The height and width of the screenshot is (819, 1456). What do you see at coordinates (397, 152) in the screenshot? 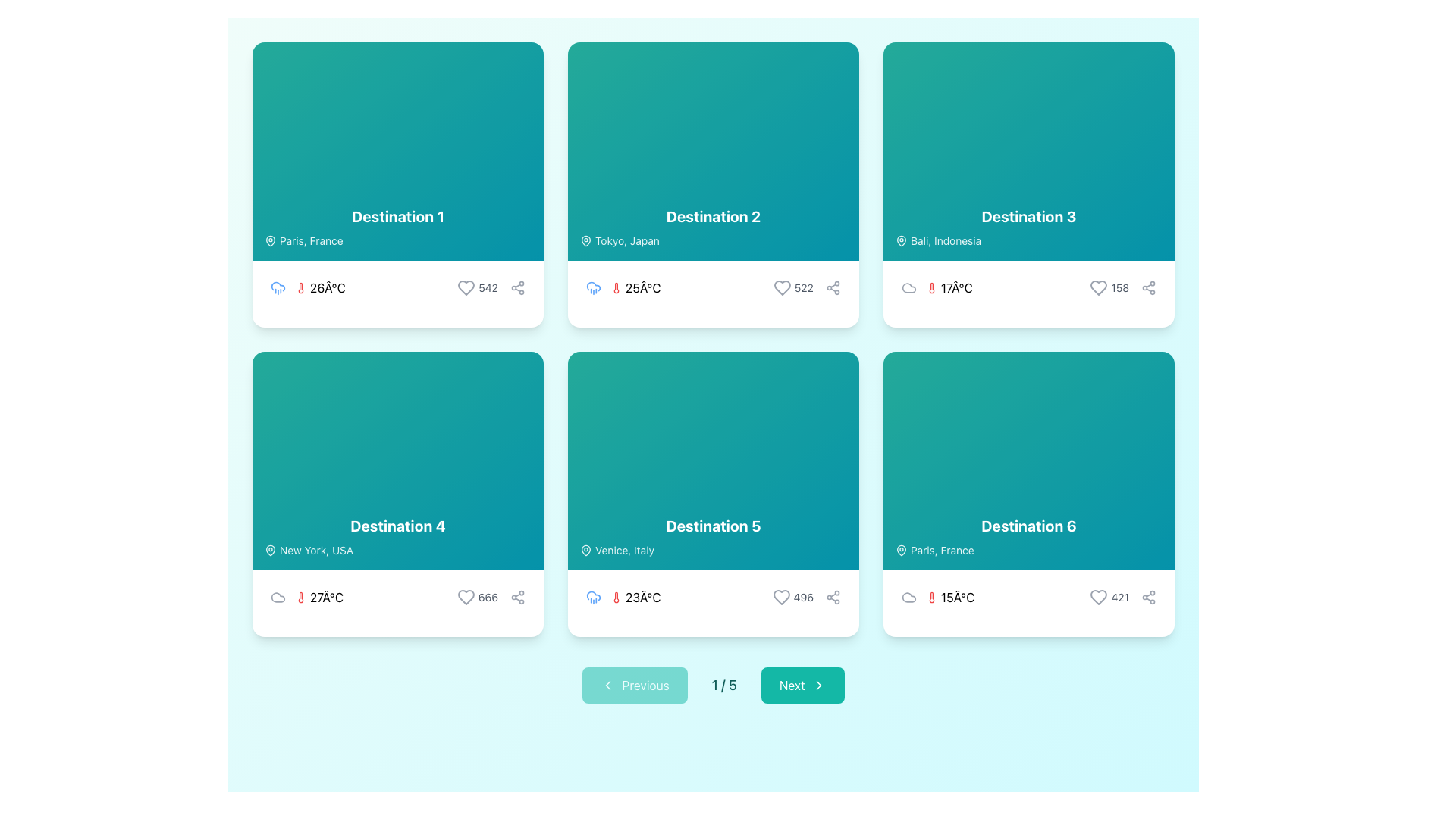
I see `the travel destination card in the top-left position of the grid layout` at bounding box center [397, 152].